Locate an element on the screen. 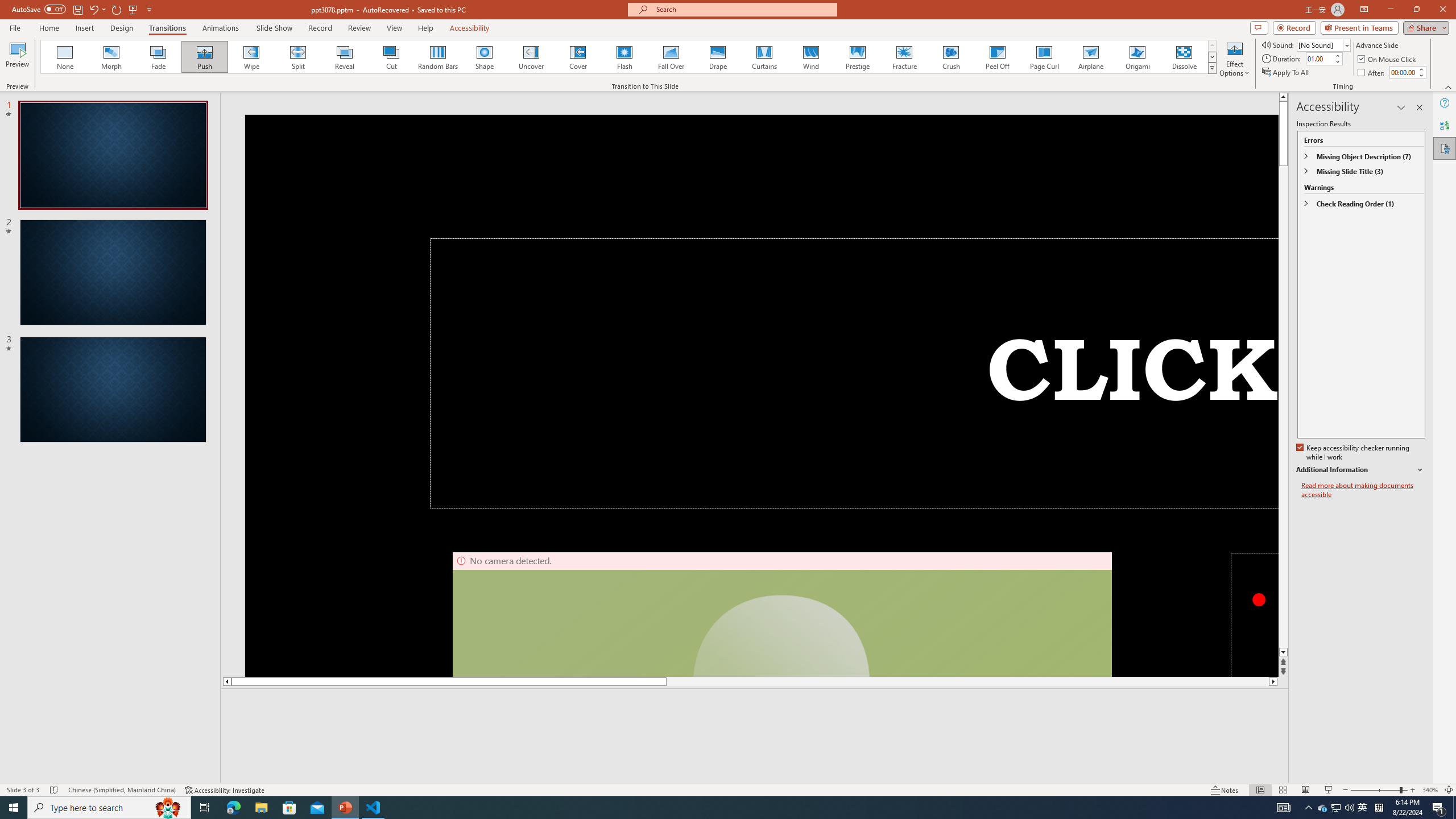 Image resolution: width=1456 pixels, height=819 pixels. 'Page Curl' is located at coordinates (1043, 56).